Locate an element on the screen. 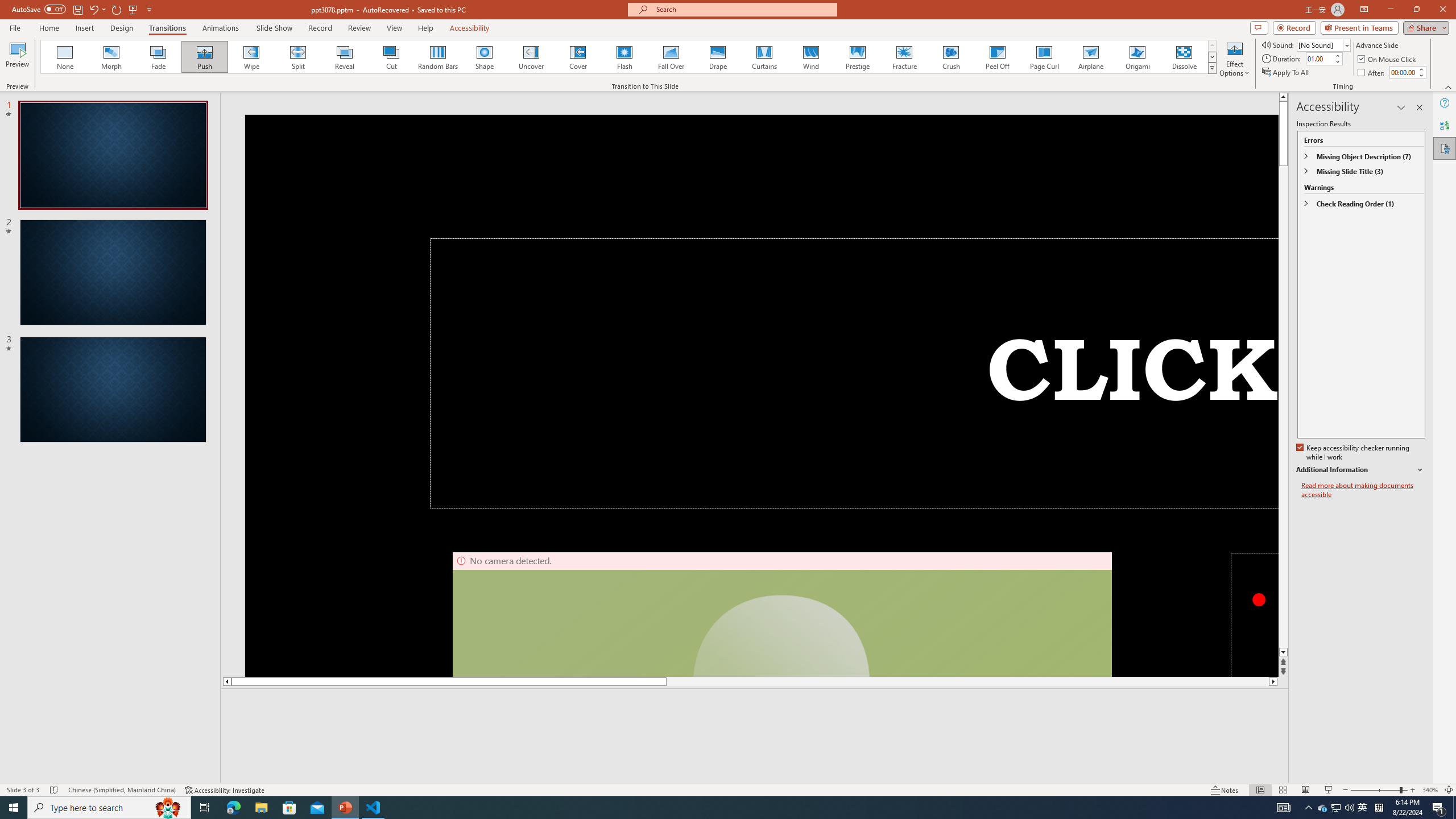 Image resolution: width=1456 pixels, height=819 pixels. 'Page Curl' is located at coordinates (1043, 56).